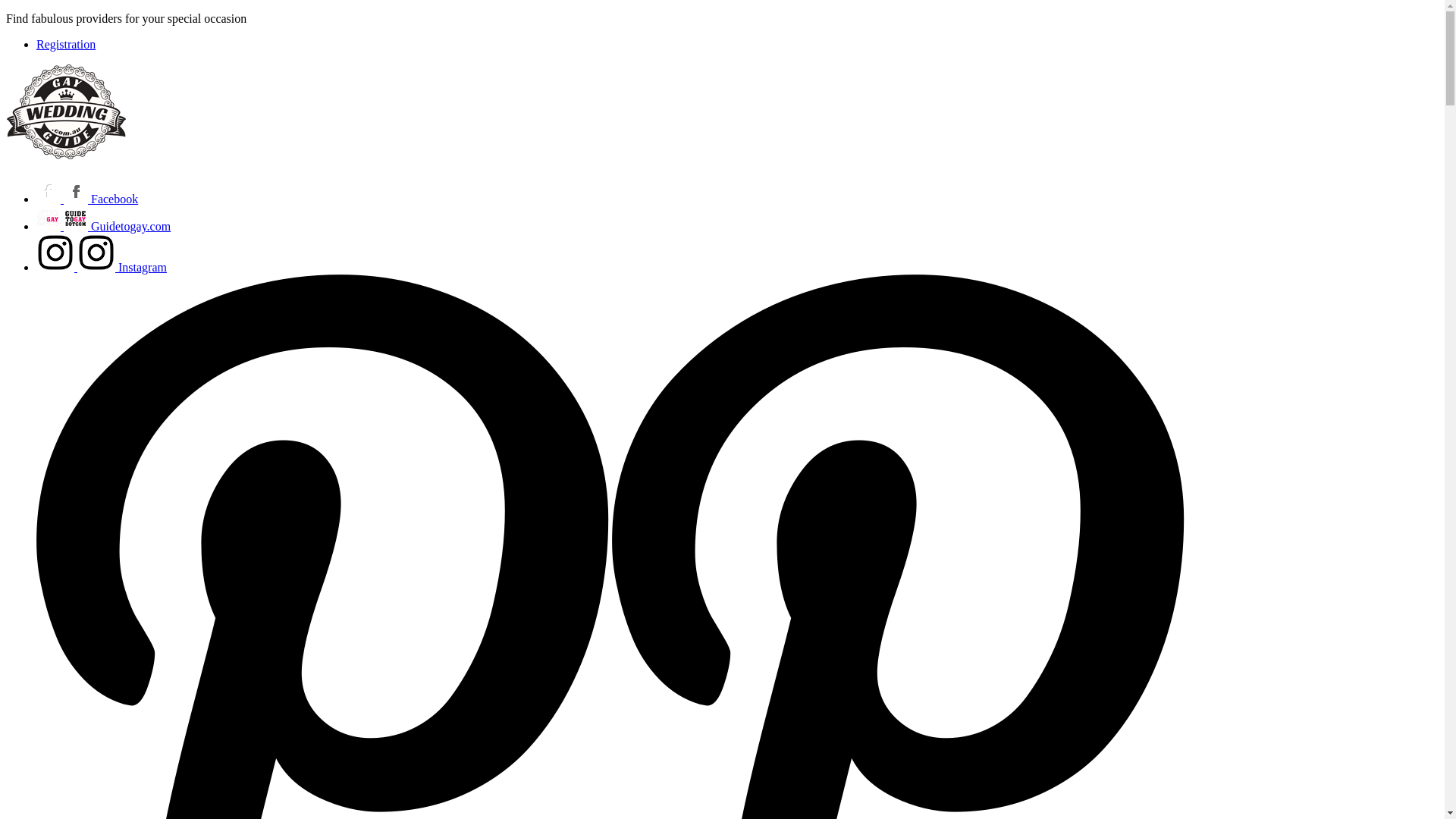 Image resolution: width=1456 pixels, height=819 pixels. I want to click on 'Facebook', so click(86, 198).